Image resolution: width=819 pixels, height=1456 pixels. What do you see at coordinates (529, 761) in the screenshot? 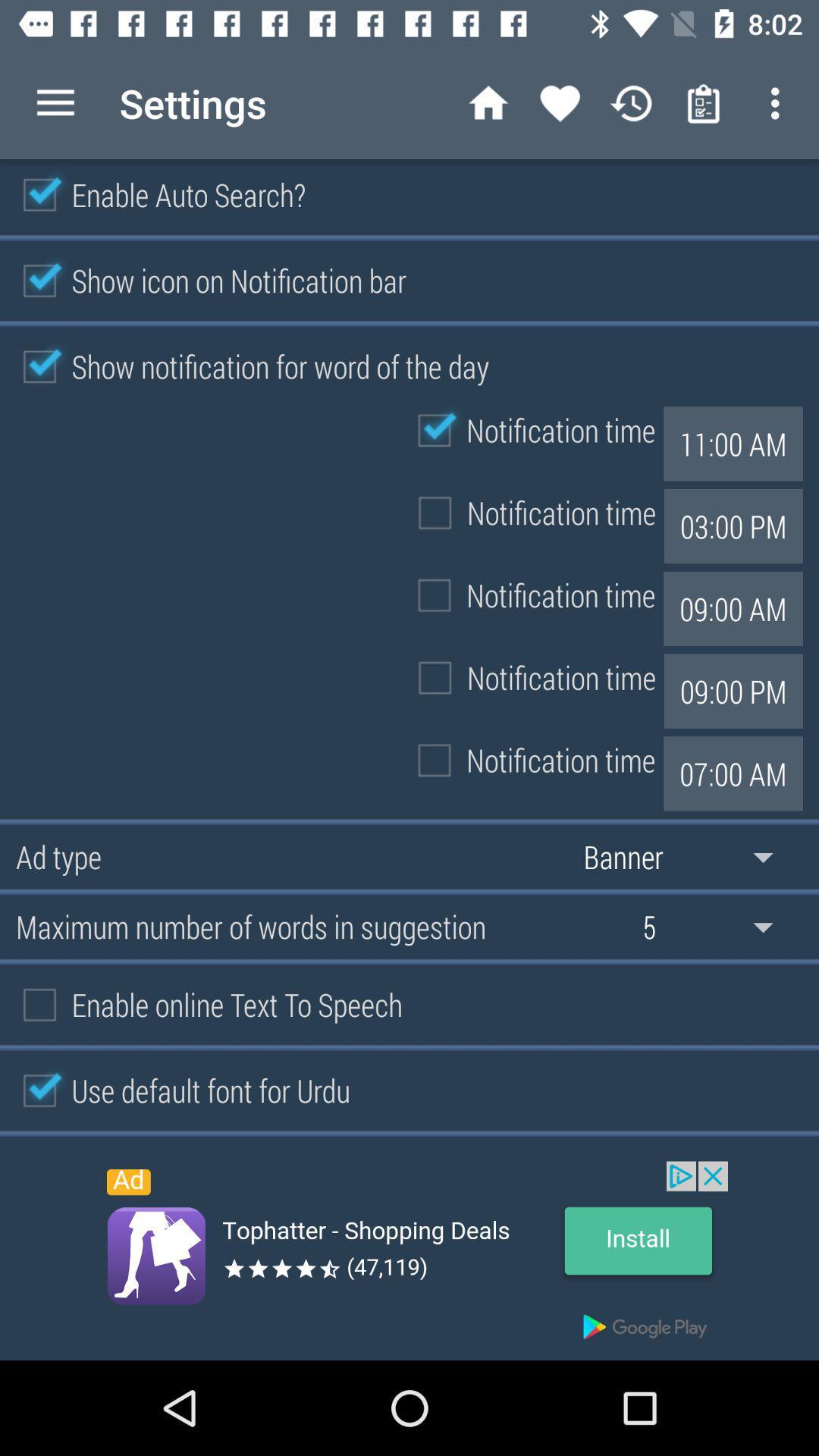
I see `the check box notification time on left to the button 0700 am on the web page` at bounding box center [529, 761].